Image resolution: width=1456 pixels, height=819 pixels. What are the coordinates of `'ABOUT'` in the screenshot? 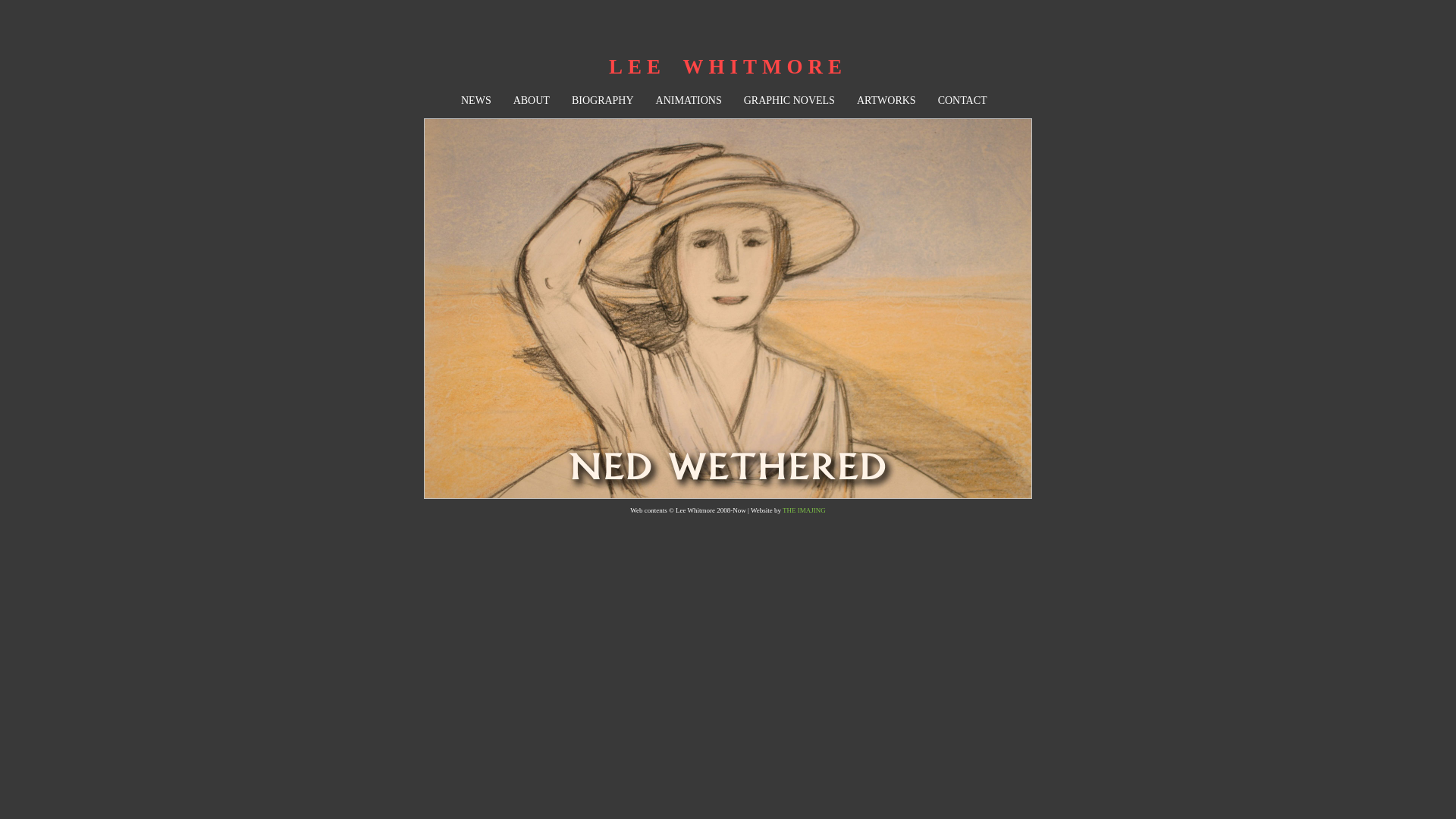 It's located at (513, 100).